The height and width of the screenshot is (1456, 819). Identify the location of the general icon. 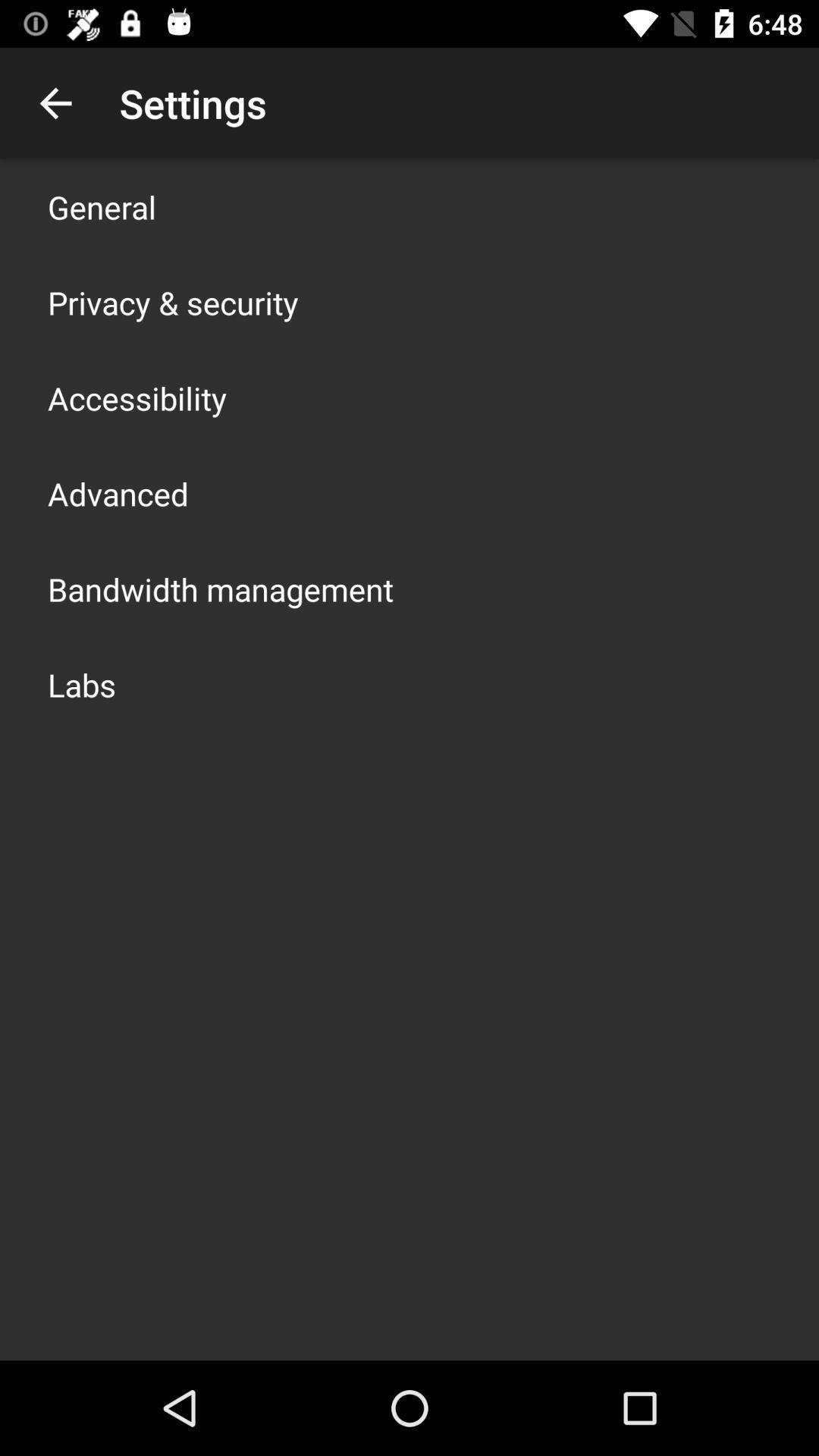
(102, 206).